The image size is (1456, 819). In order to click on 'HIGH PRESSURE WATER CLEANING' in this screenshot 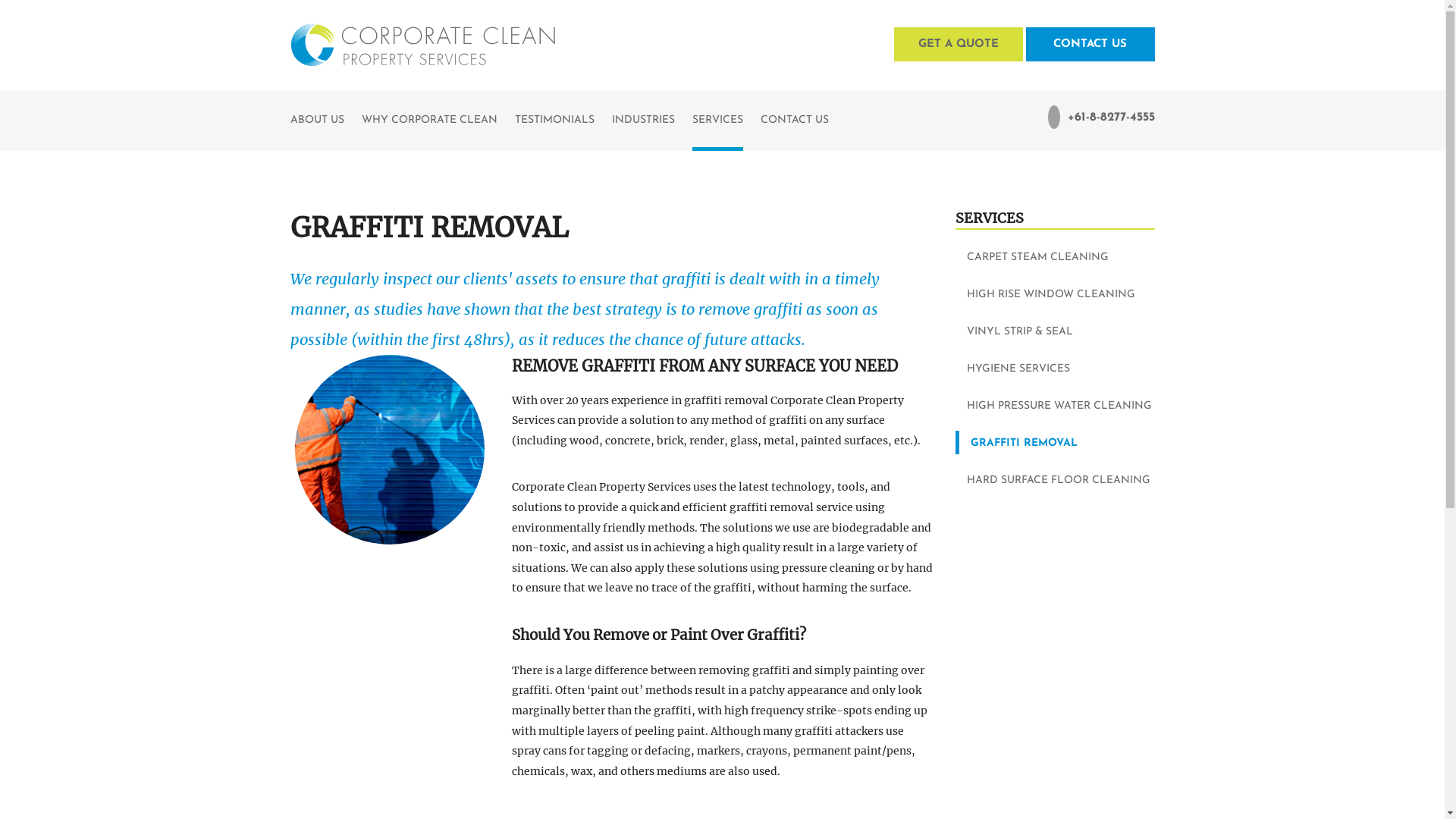, I will do `click(954, 404)`.